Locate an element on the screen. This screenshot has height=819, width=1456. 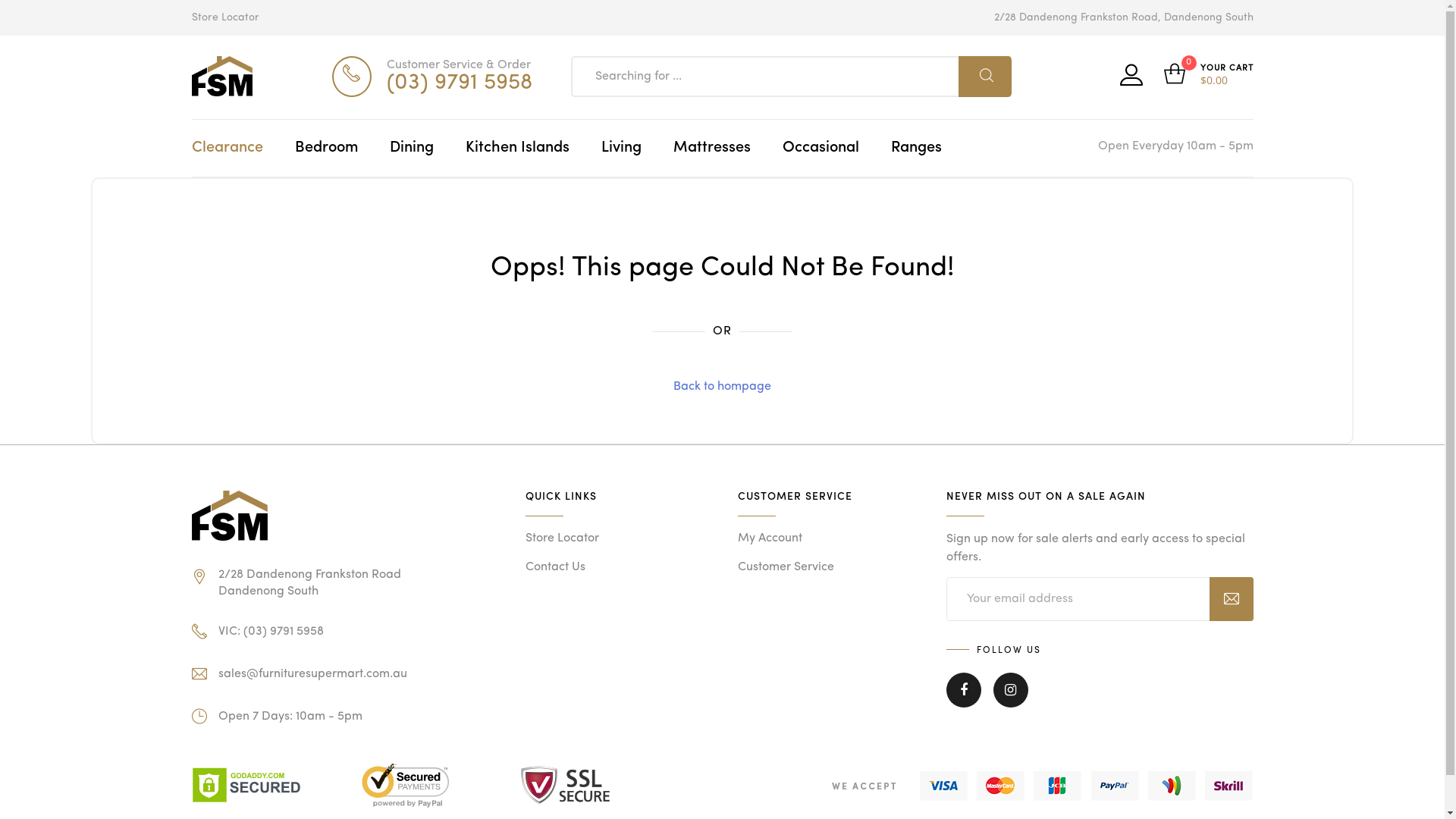
'Dining' is located at coordinates (389, 148).